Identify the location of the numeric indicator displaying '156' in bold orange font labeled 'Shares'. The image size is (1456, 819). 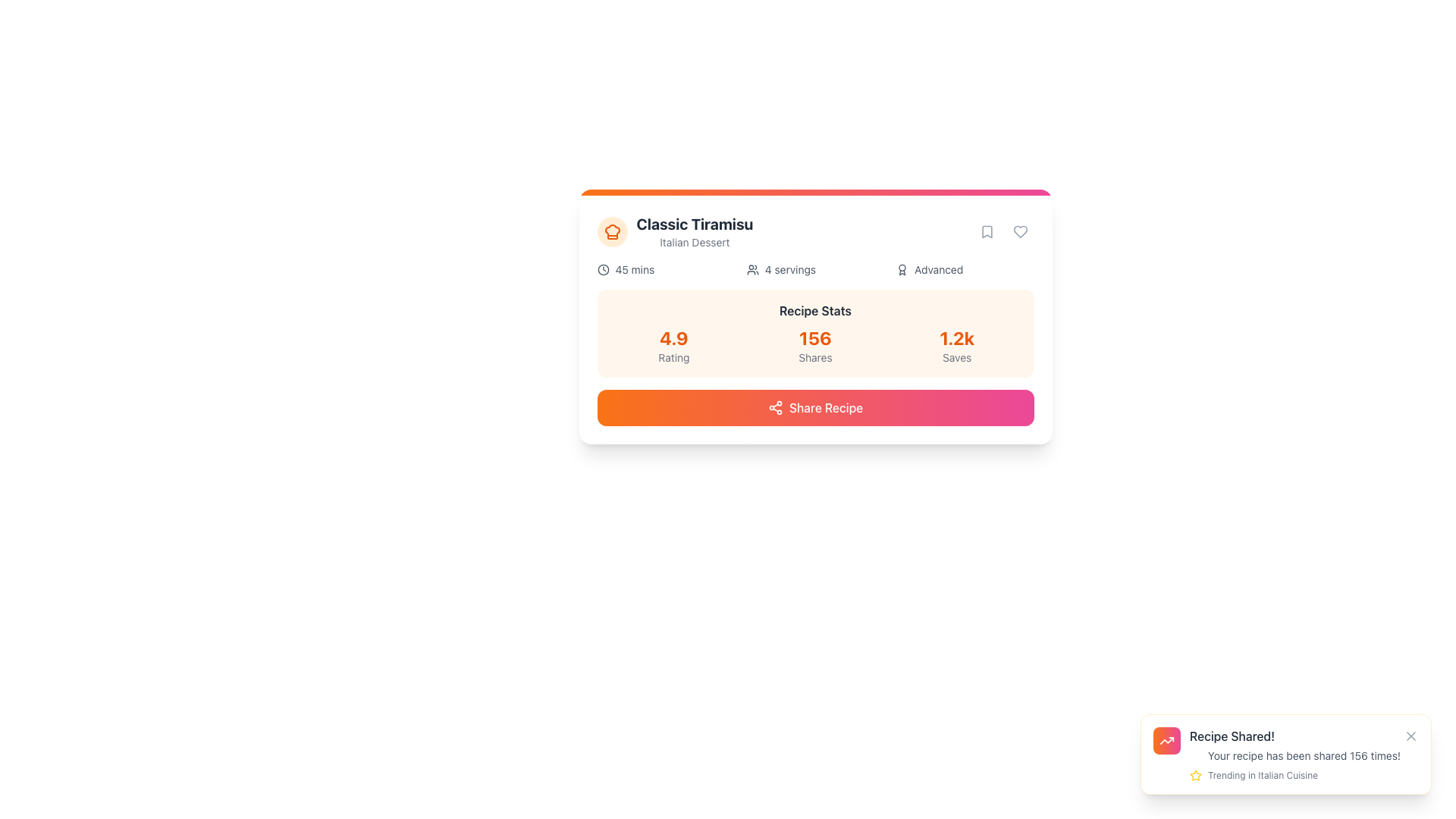
(814, 345).